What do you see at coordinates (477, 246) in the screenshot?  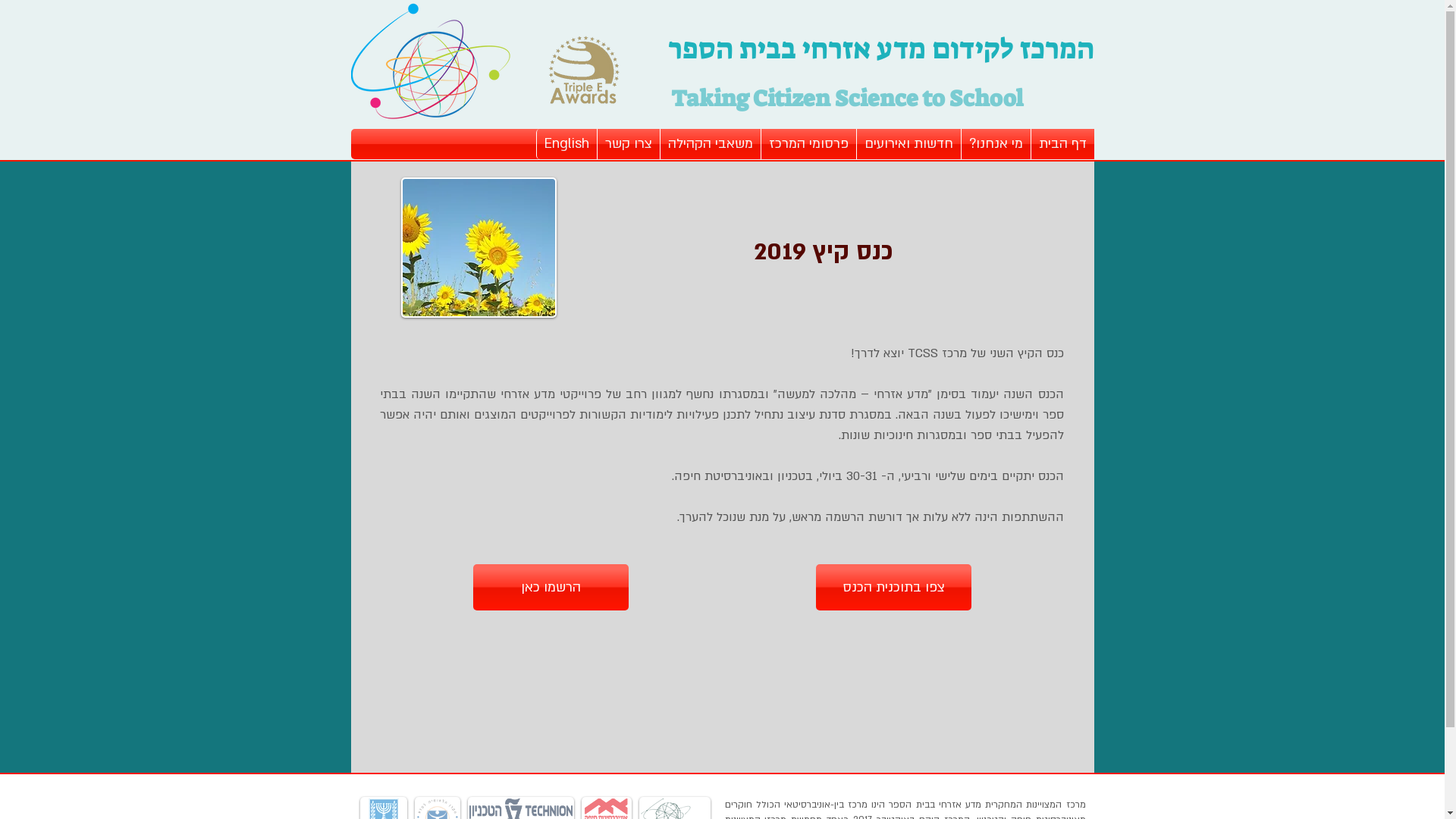 I see `'summer-1023065_960_720.jpg'` at bounding box center [477, 246].